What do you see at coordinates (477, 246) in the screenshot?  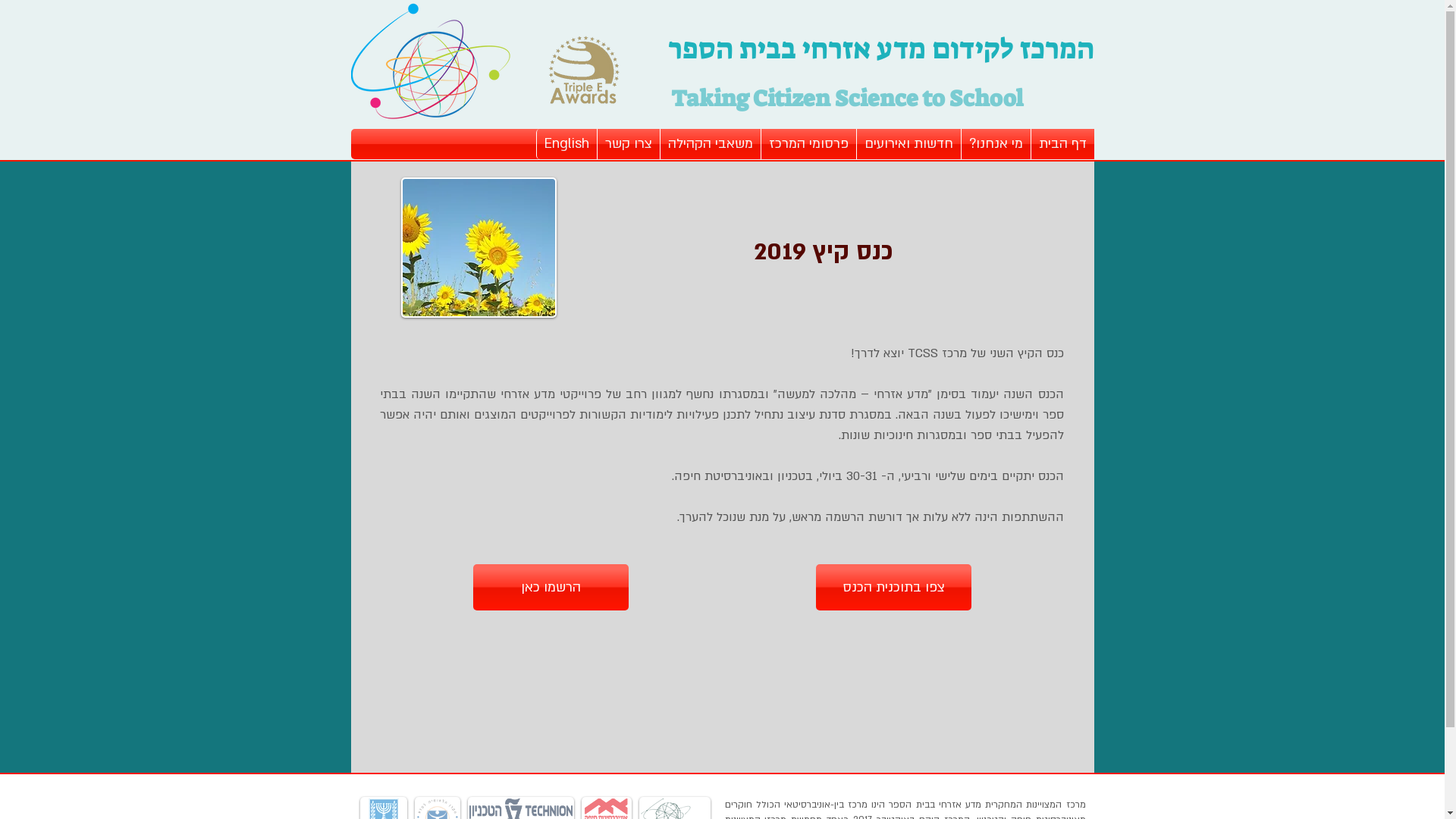 I see `'summer-1023065_960_720.jpg'` at bounding box center [477, 246].